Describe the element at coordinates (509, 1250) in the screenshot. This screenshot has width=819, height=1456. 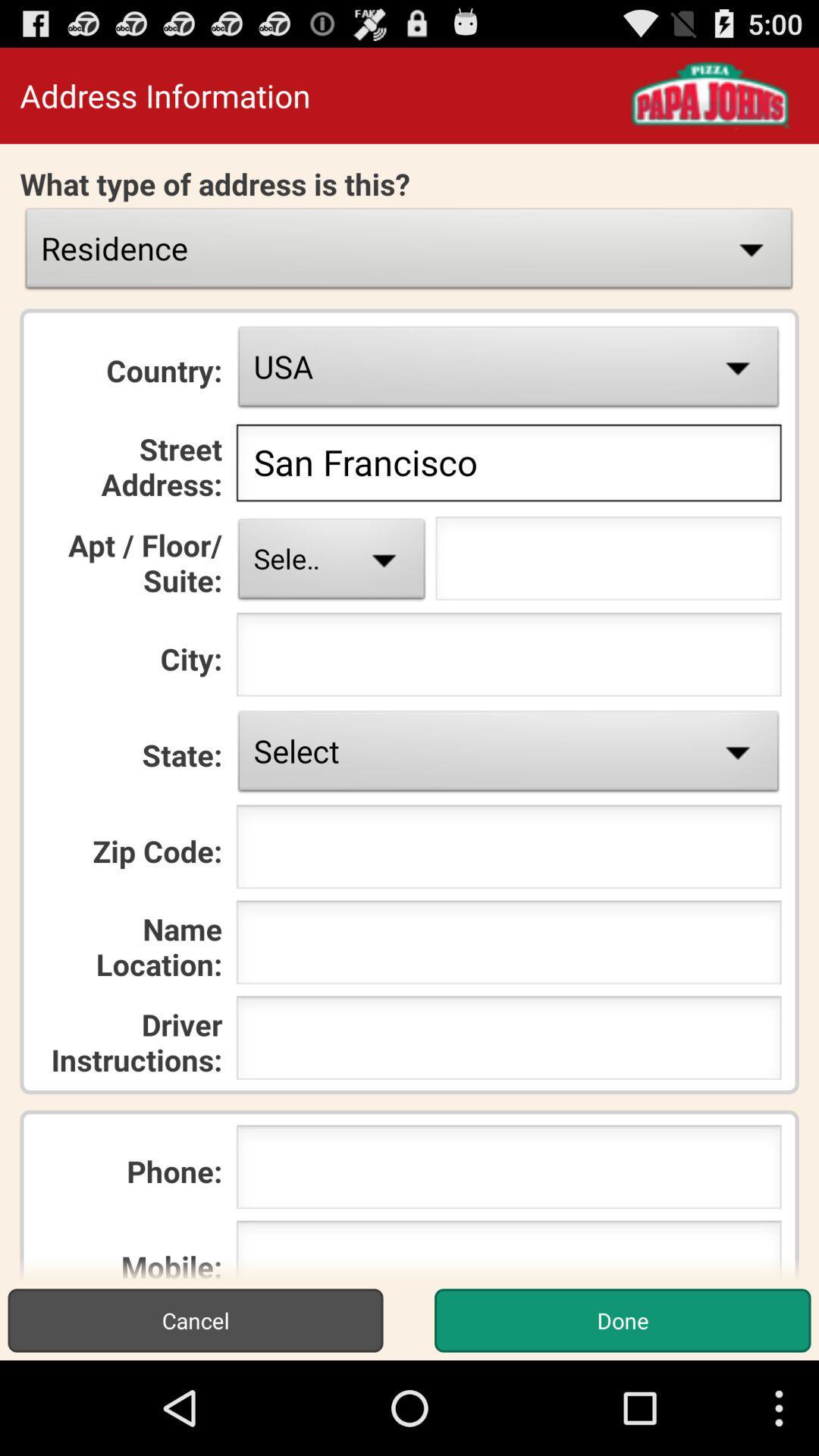
I see `mobile option` at that location.